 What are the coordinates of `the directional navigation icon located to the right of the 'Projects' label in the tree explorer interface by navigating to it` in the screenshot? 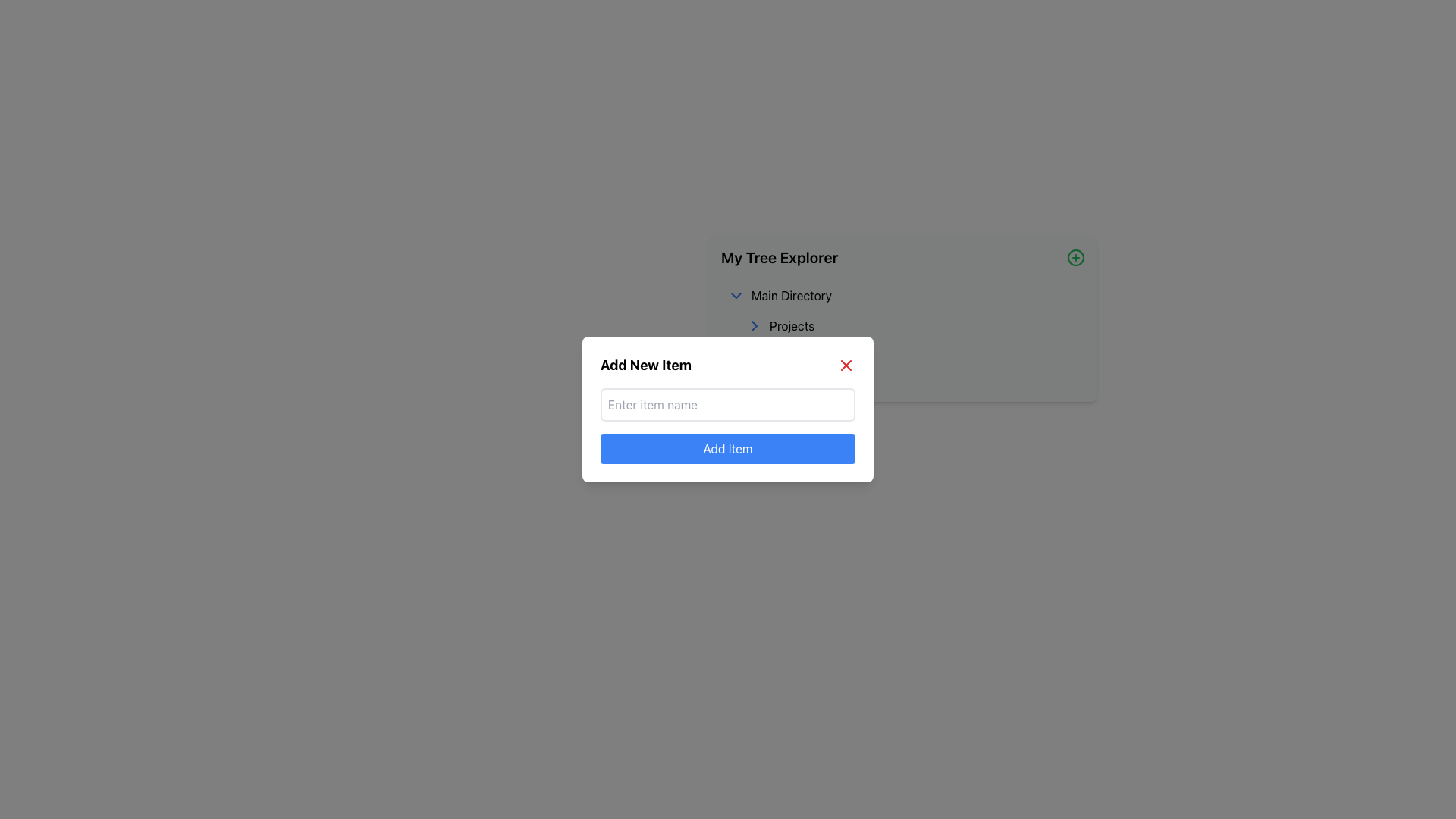 It's located at (754, 325).